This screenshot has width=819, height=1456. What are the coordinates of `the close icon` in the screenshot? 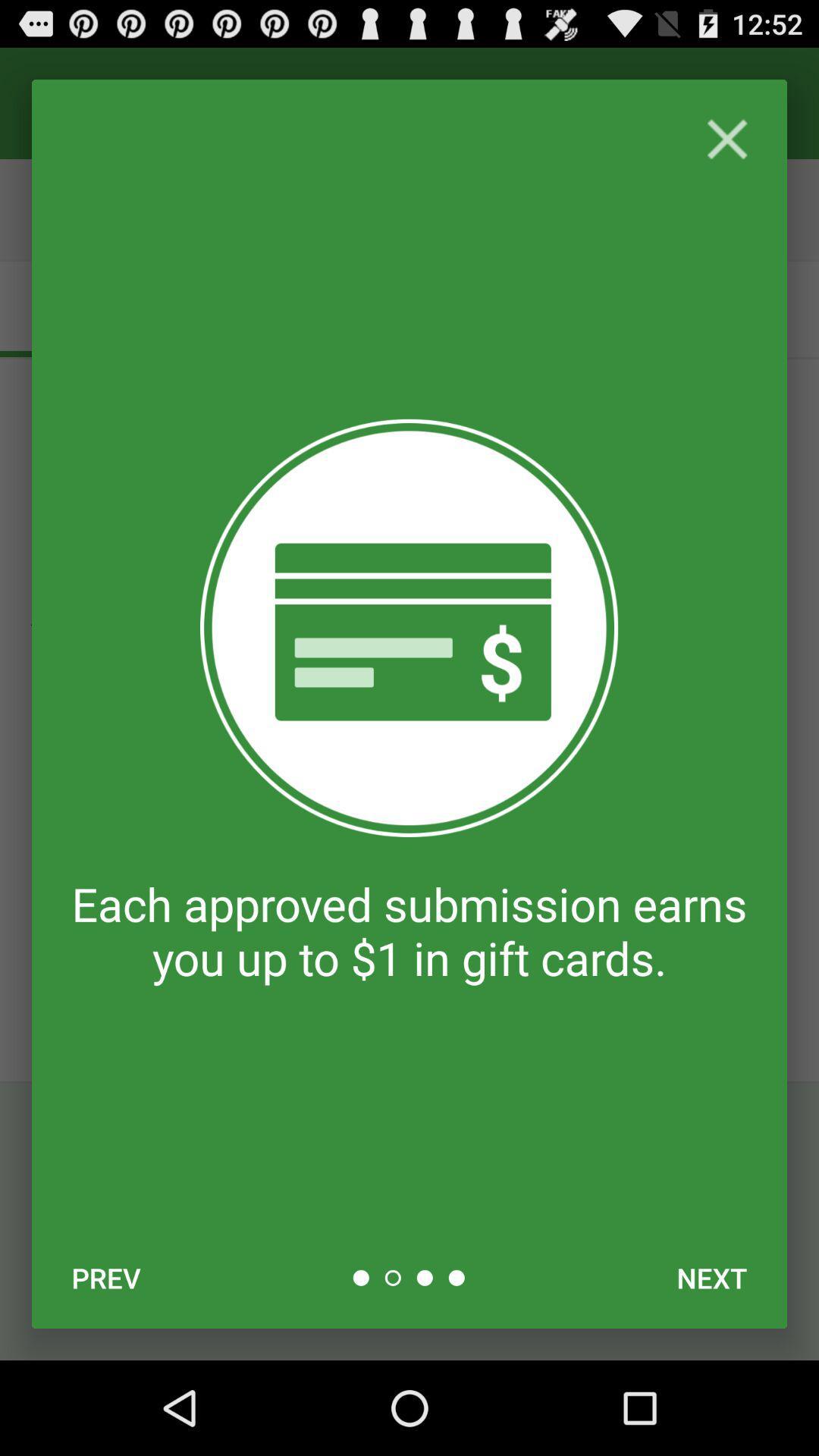 It's located at (726, 149).